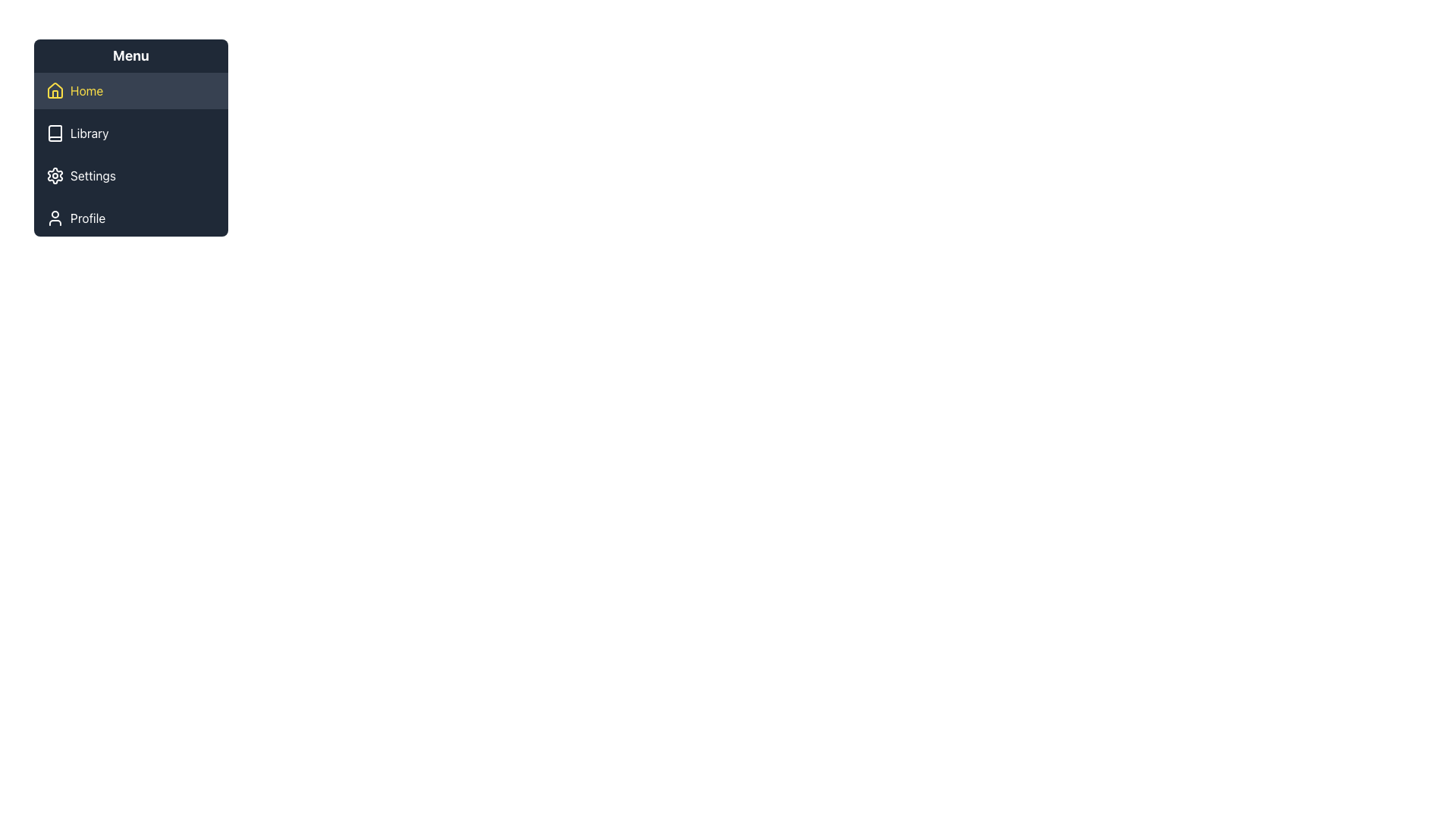 The image size is (1456, 819). Describe the element at coordinates (55, 218) in the screenshot. I see `the 'Profile' icon located to the left of the 'Profile' text in the navigation menu` at that location.